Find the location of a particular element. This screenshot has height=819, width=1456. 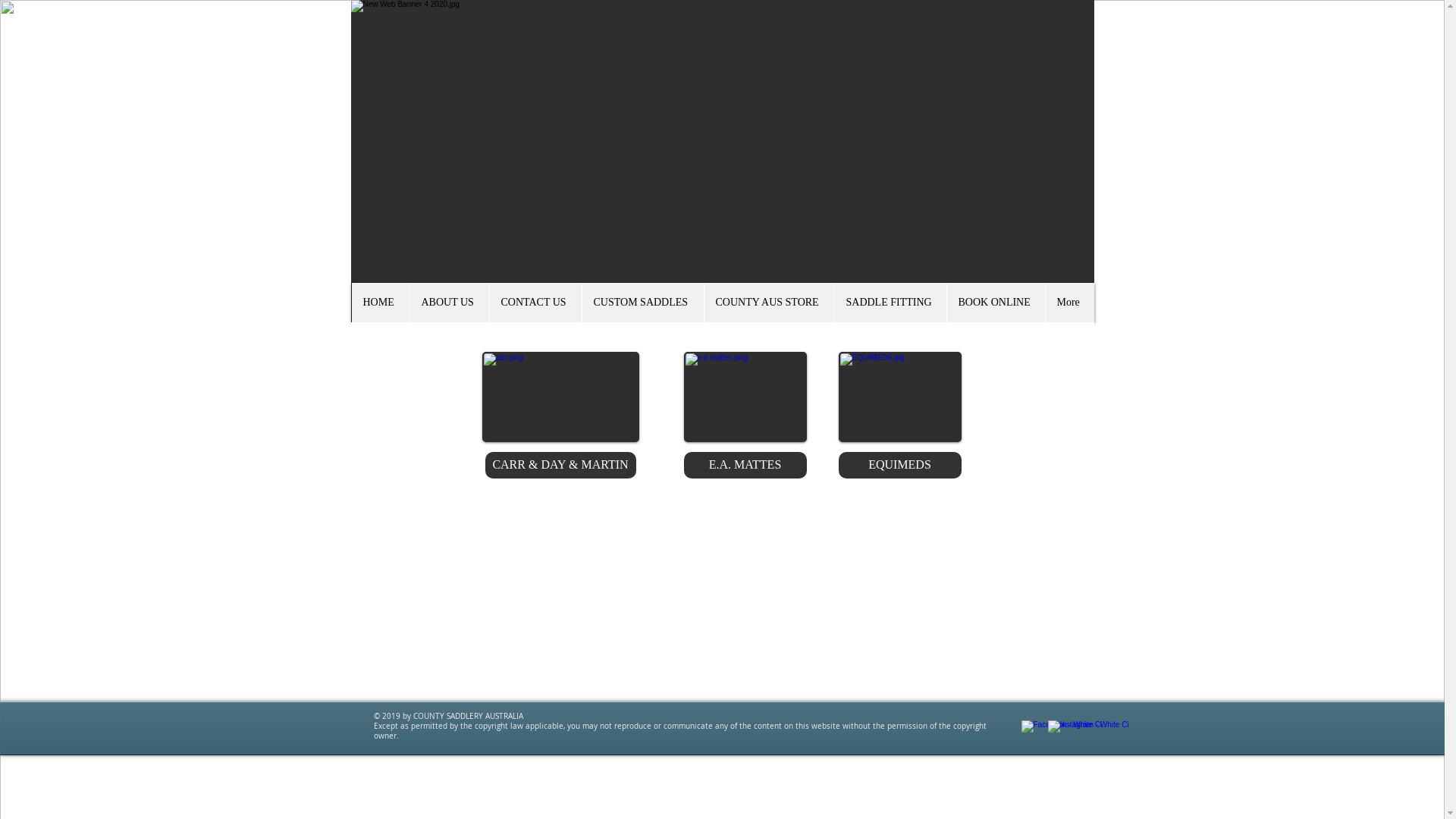

'E.A. MATTES' is located at coordinates (745, 464).